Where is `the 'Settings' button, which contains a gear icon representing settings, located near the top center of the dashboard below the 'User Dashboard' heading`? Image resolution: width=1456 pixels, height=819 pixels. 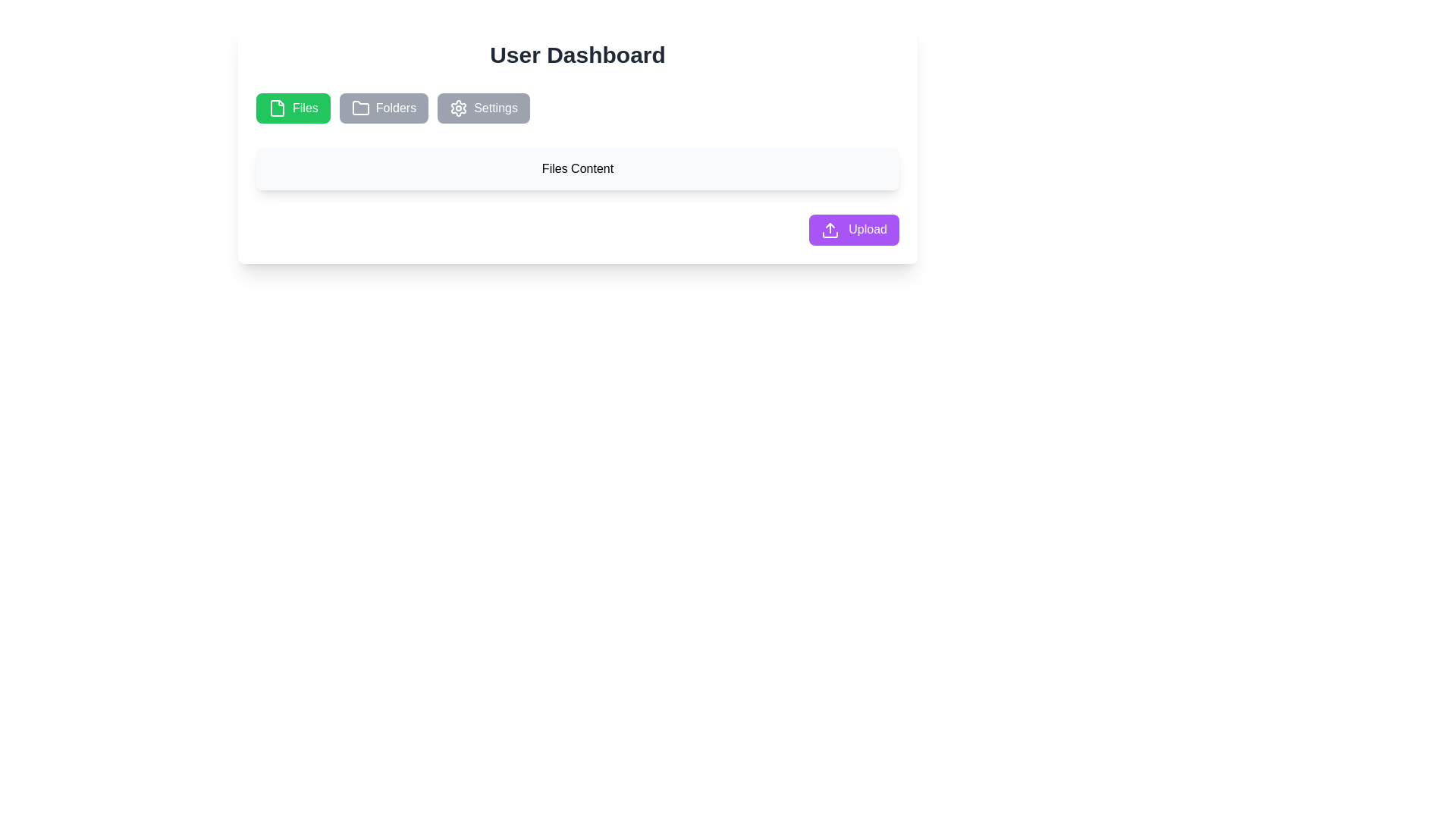 the 'Settings' button, which contains a gear icon representing settings, located near the top center of the dashboard below the 'User Dashboard' heading is located at coordinates (458, 107).